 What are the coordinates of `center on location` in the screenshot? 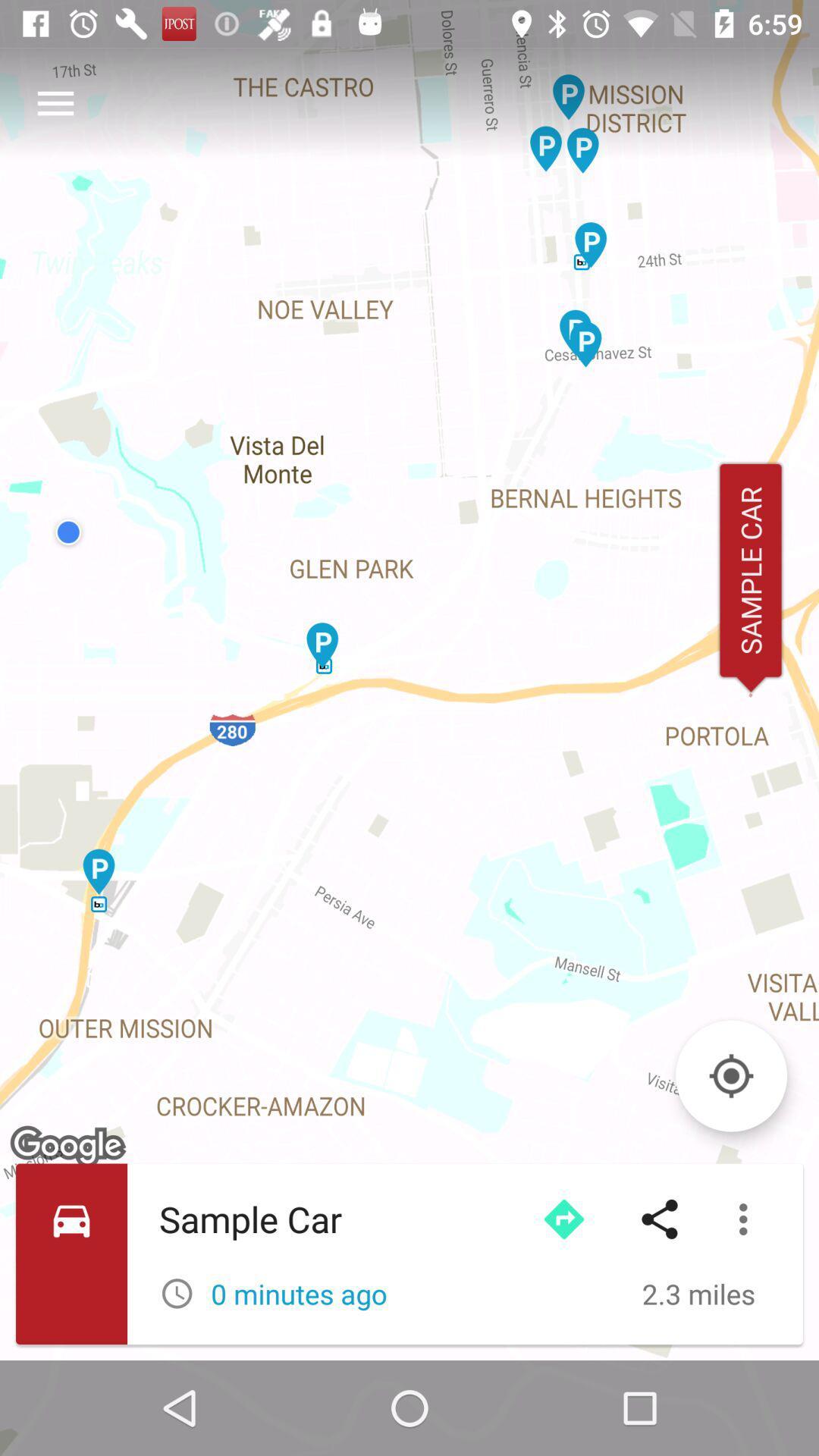 It's located at (730, 1075).